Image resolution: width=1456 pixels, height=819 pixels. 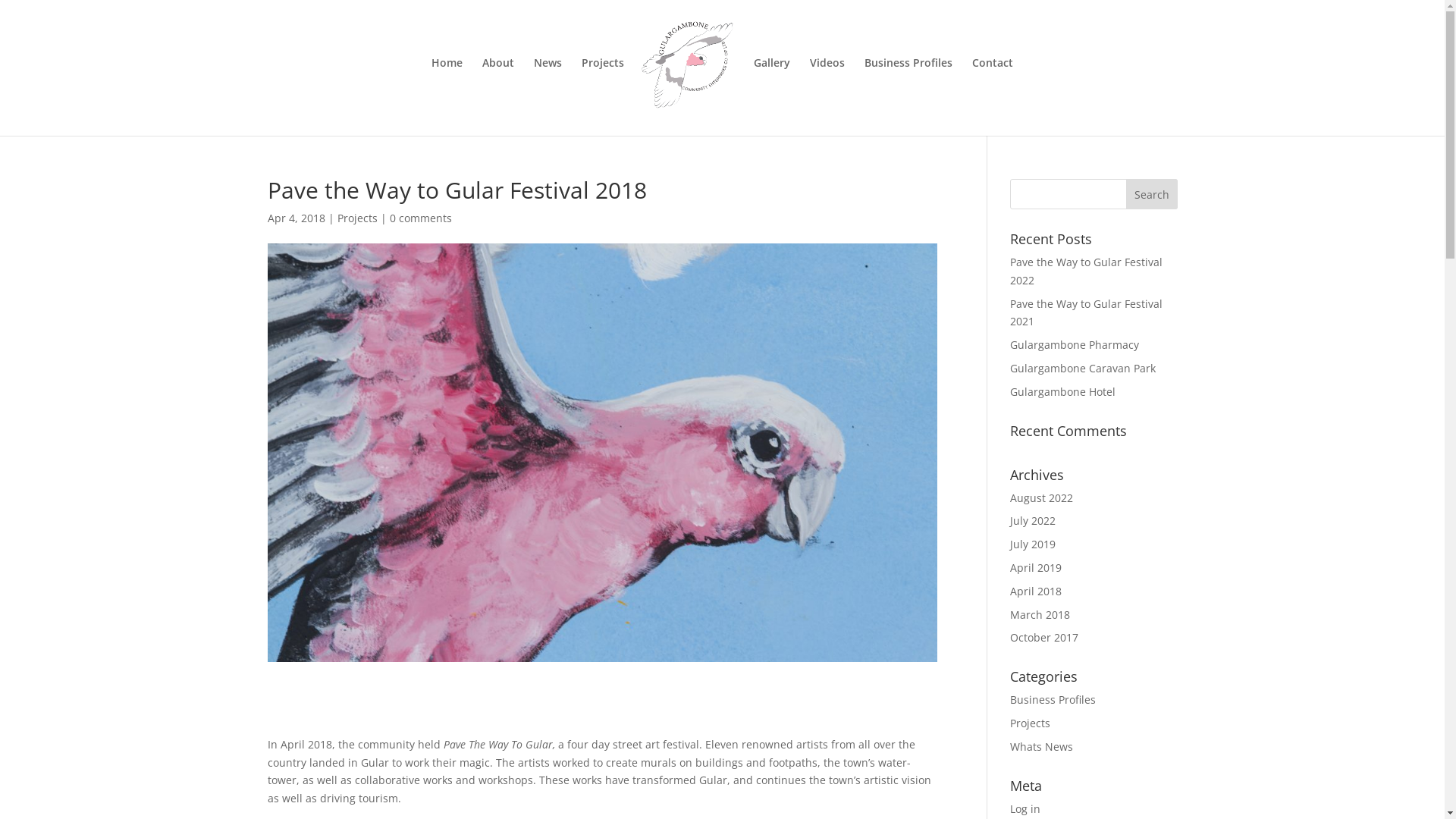 What do you see at coordinates (826, 96) in the screenshot?
I see `'Videos'` at bounding box center [826, 96].